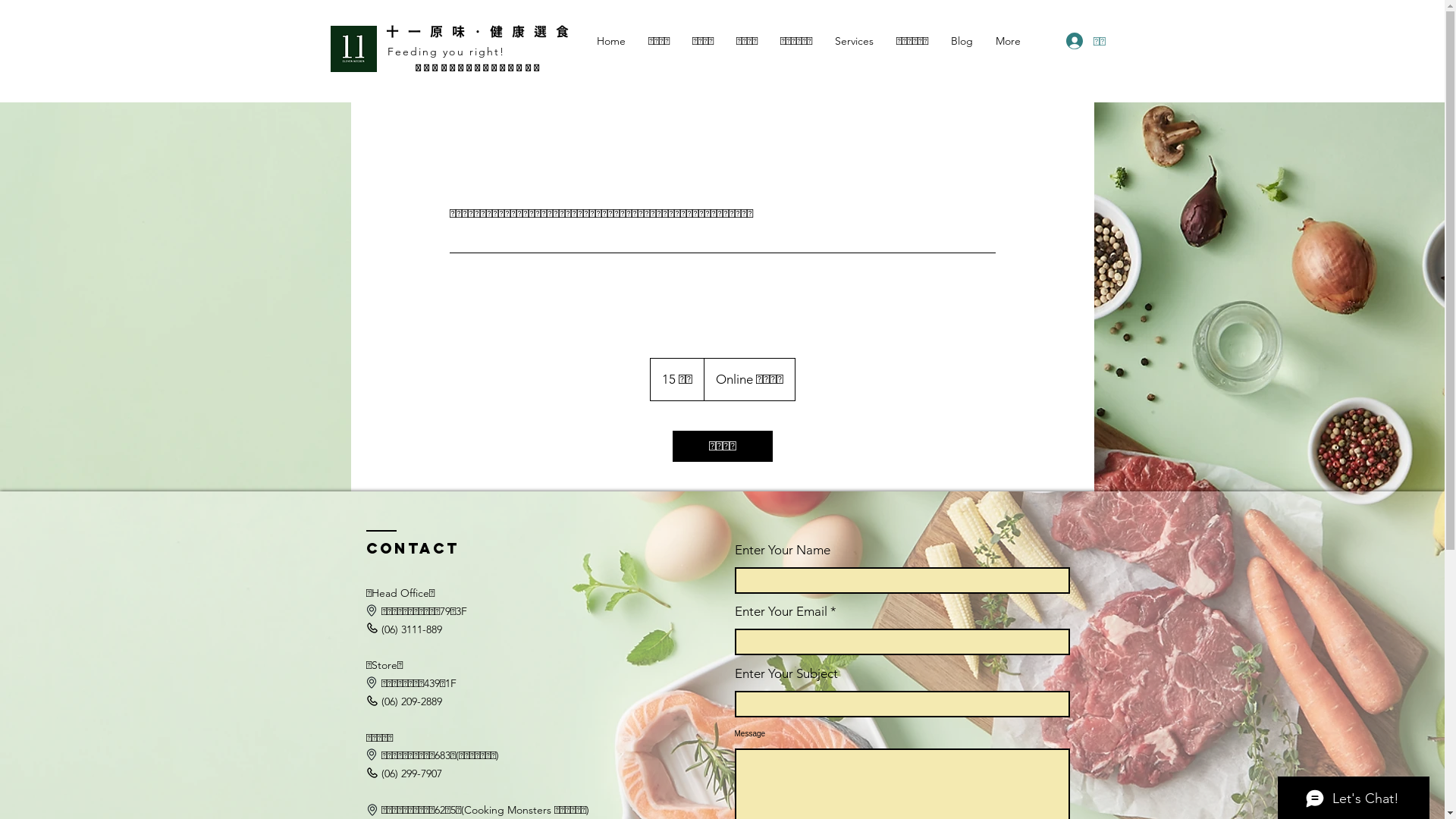  What do you see at coordinates (854, 40) in the screenshot?
I see `'Services'` at bounding box center [854, 40].